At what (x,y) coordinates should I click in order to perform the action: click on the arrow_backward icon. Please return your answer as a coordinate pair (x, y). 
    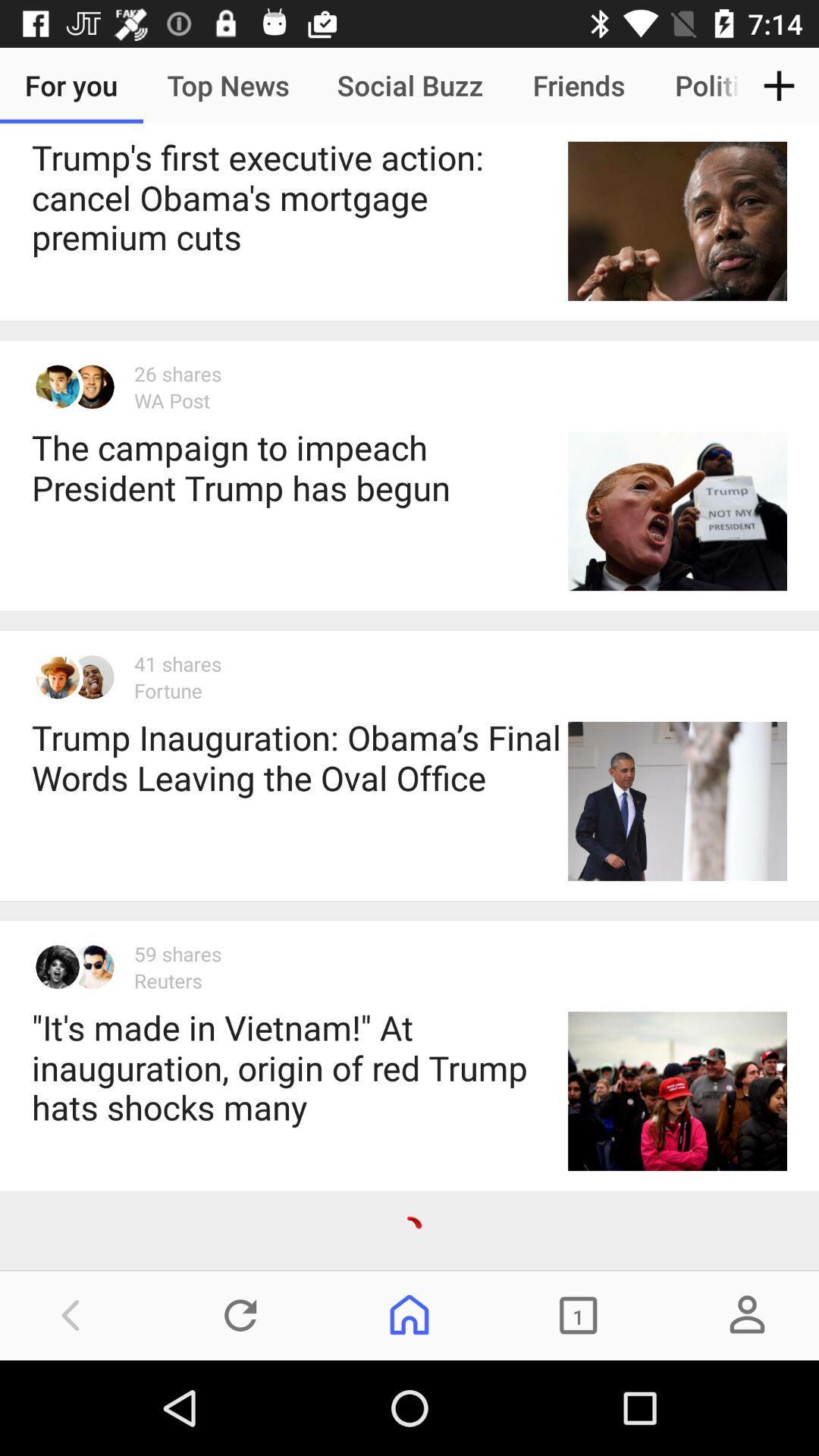
    Looking at the image, I should click on (71, 1314).